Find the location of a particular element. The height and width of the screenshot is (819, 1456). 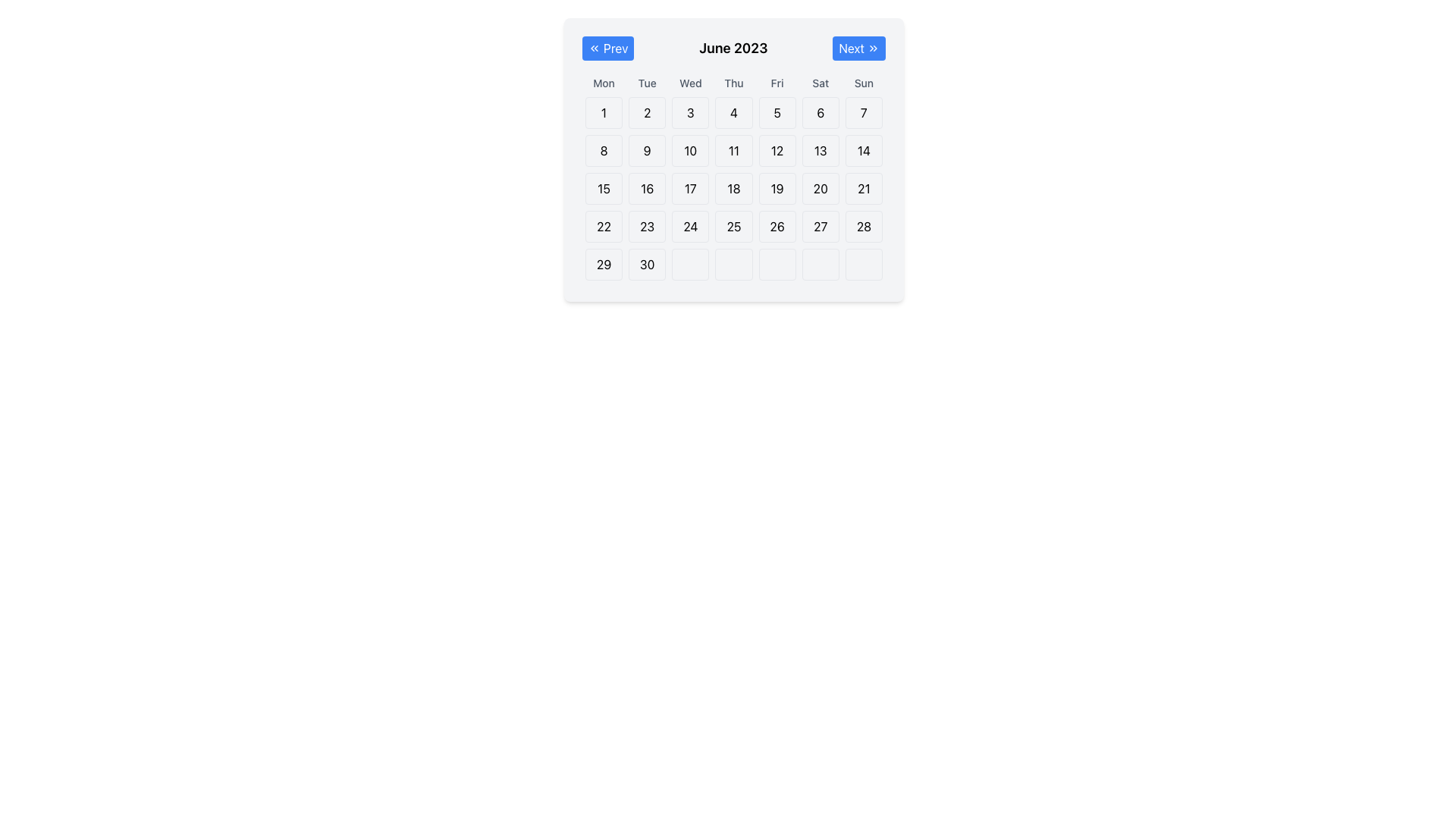

the date selection button representing the date '1' in the calendar component is located at coordinates (603, 112).